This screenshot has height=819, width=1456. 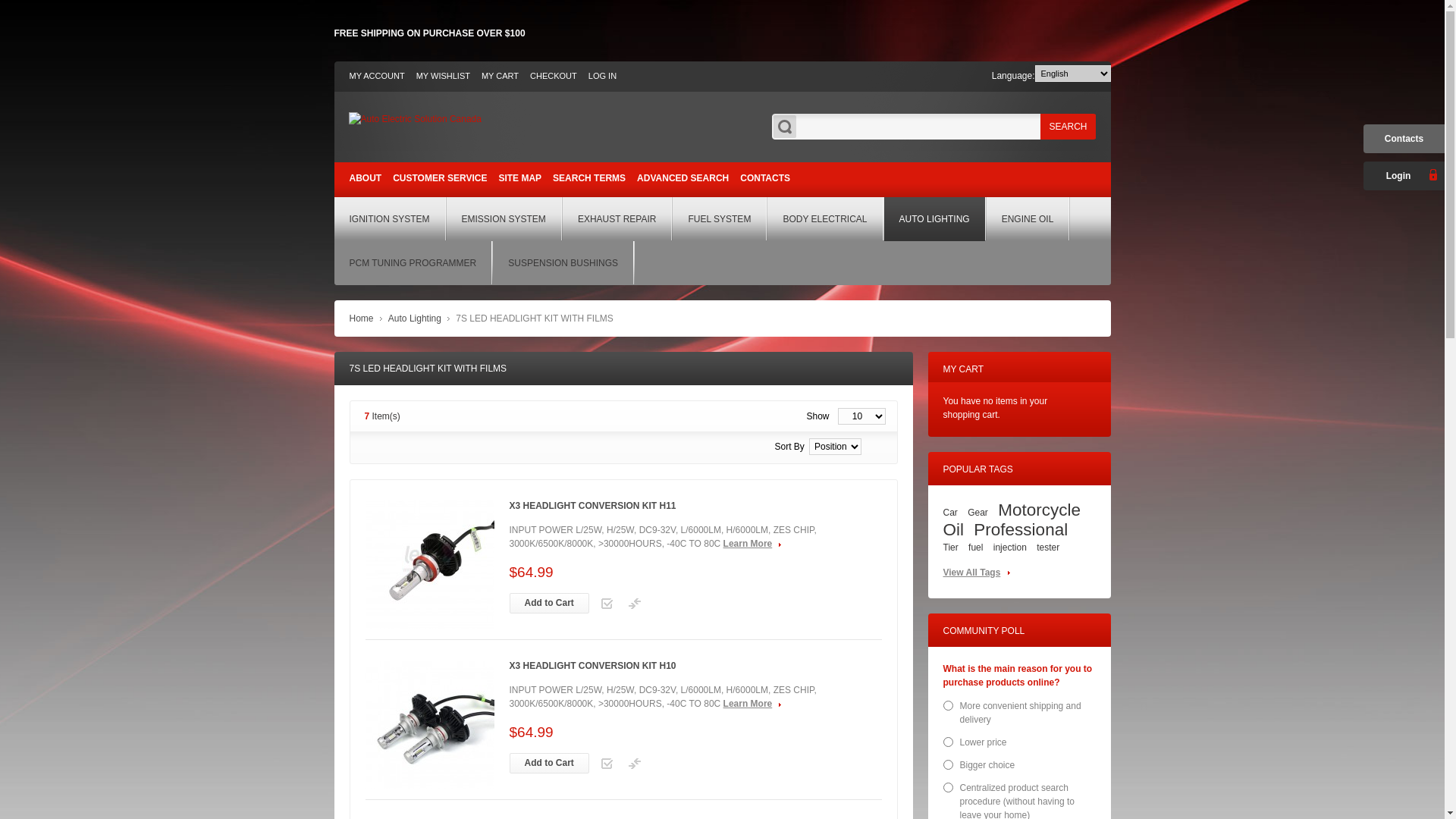 I want to click on 'SITE MAP', so click(x=519, y=177).